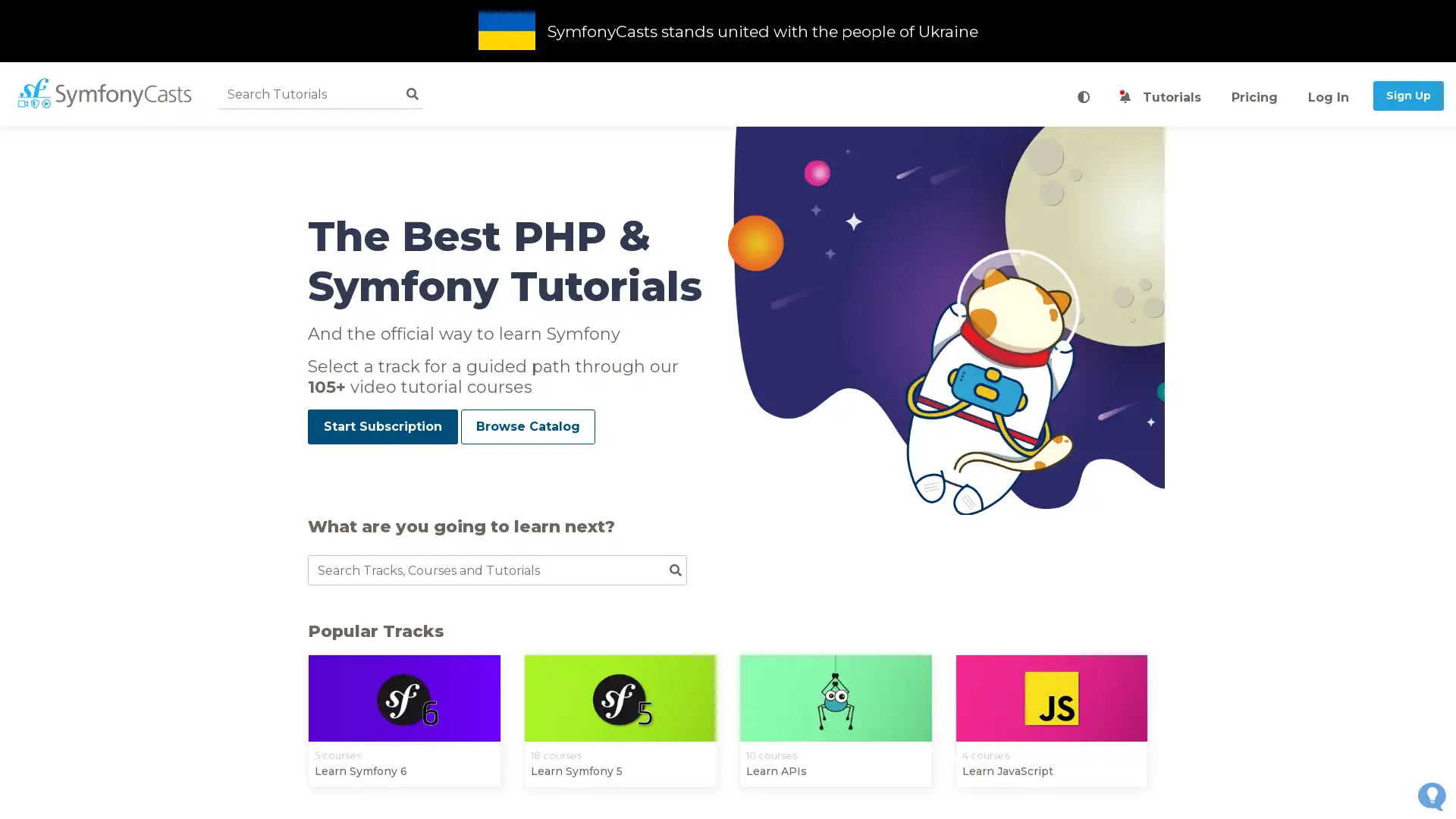 The image size is (1456, 819). What do you see at coordinates (1431, 795) in the screenshot?
I see `Open Feedback Widget` at bounding box center [1431, 795].